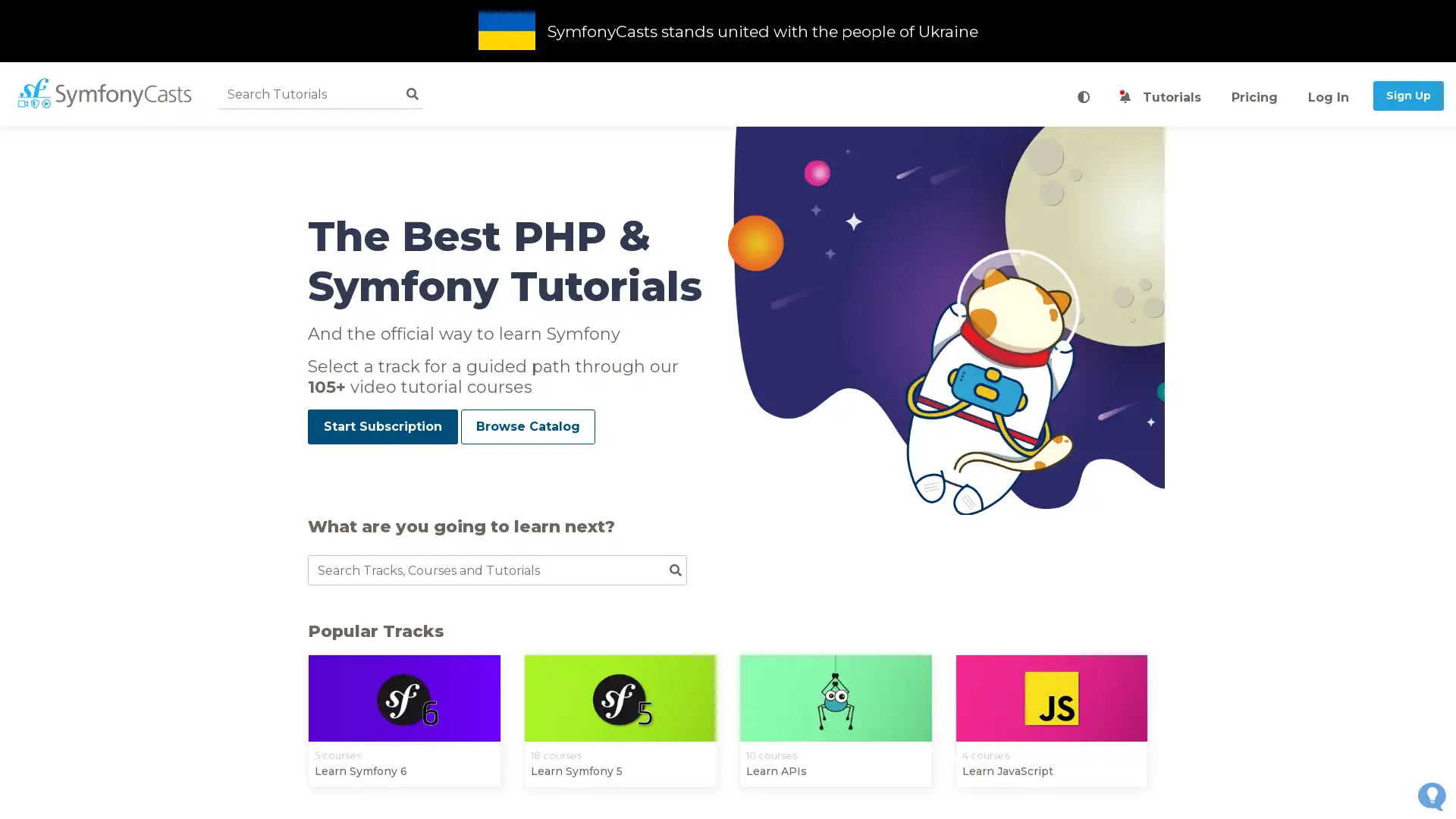 The image size is (1456, 819). What do you see at coordinates (1431, 795) in the screenshot?
I see `Open Feedback Widget` at bounding box center [1431, 795].